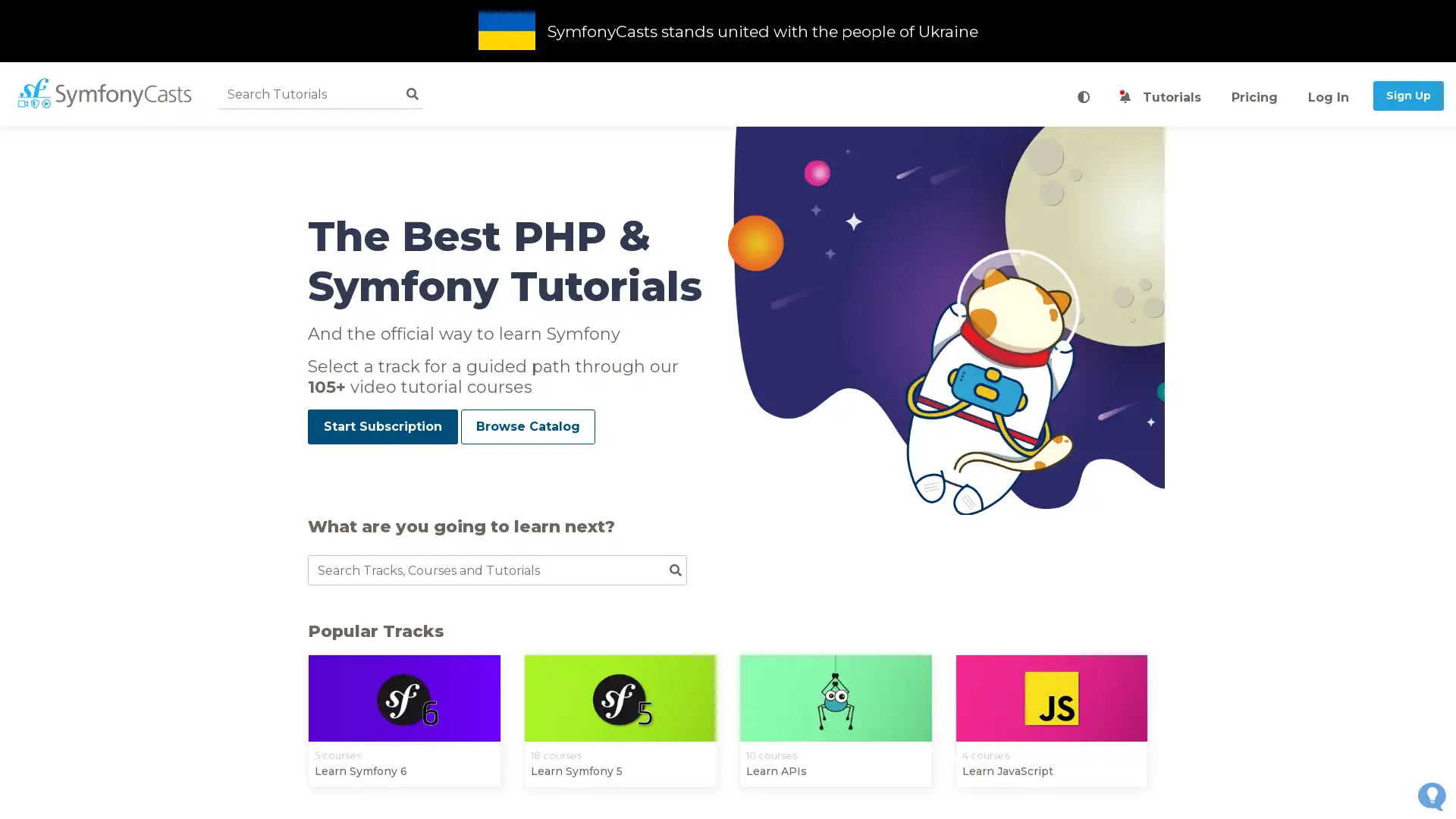 The image size is (1456, 819). What do you see at coordinates (1431, 795) in the screenshot?
I see `Open Feedback Widget` at bounding box center [1431, 795].